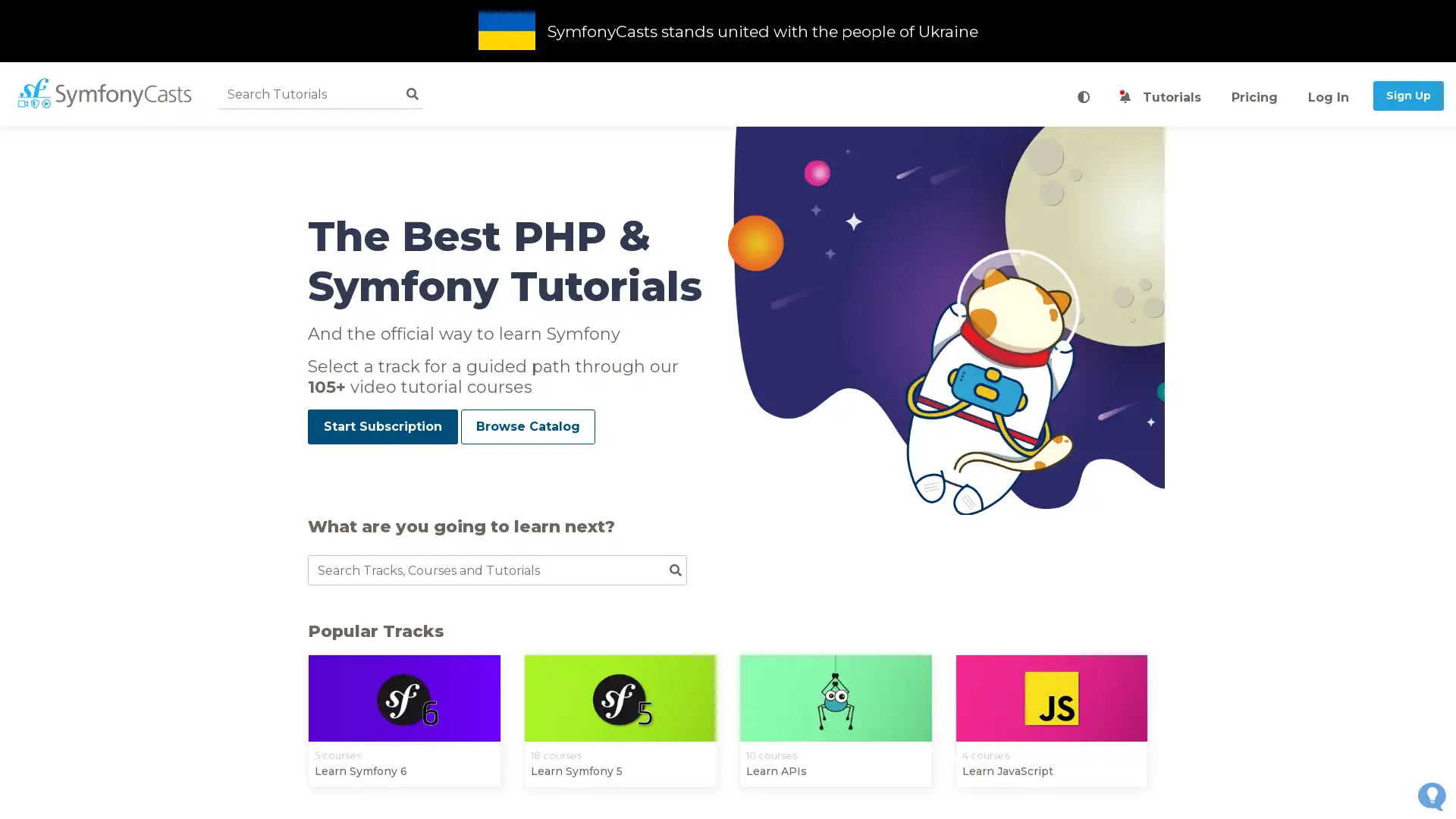 The image size is (1456, 819). What do you see at coordinates (1431, 795) in the screenshot?
I see `Open Feedback Widget` at bounding box center [1431, 795].